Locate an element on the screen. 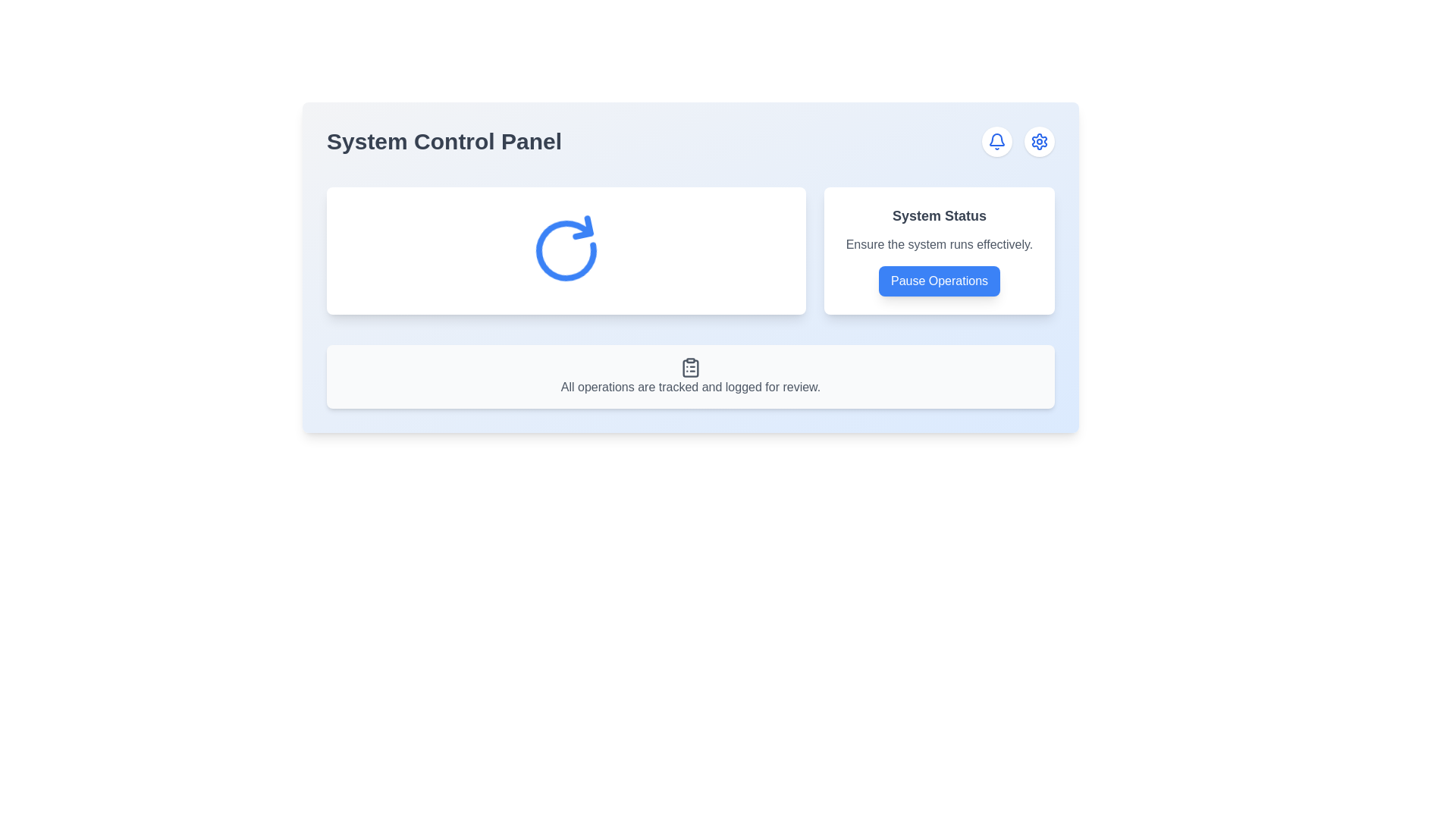 Image resolution: width=1456 pixels, height=819 pixels. the clipboard icon, which is a line art representation featuring a rectangular shape and list elements, located above the text 'All operations are tracked and logged for review.' is located at coordinates (690, 368).